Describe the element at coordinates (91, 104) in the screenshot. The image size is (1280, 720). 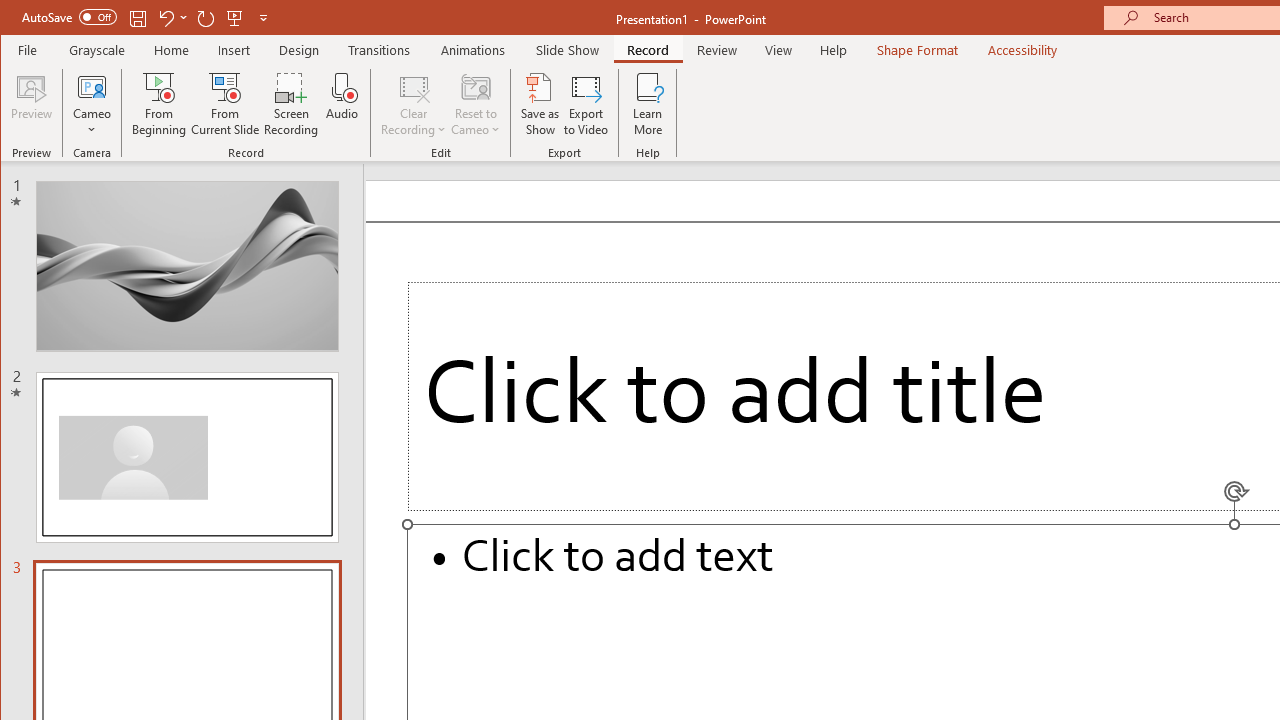
I see `'Cameo'` at that location.